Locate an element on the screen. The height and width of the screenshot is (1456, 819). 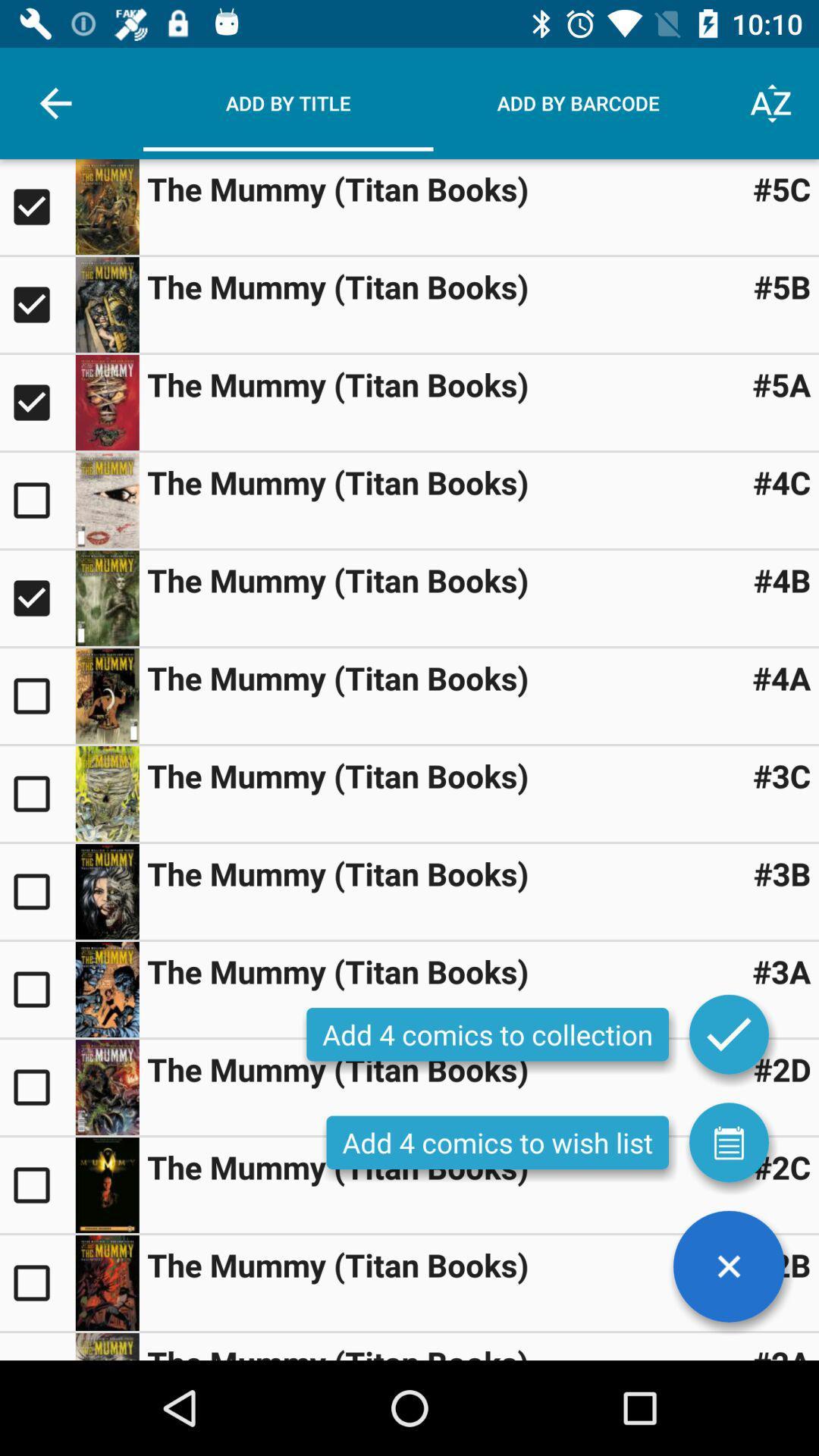
item next to the mummy titan icon is located at coordinates (782, 1166).